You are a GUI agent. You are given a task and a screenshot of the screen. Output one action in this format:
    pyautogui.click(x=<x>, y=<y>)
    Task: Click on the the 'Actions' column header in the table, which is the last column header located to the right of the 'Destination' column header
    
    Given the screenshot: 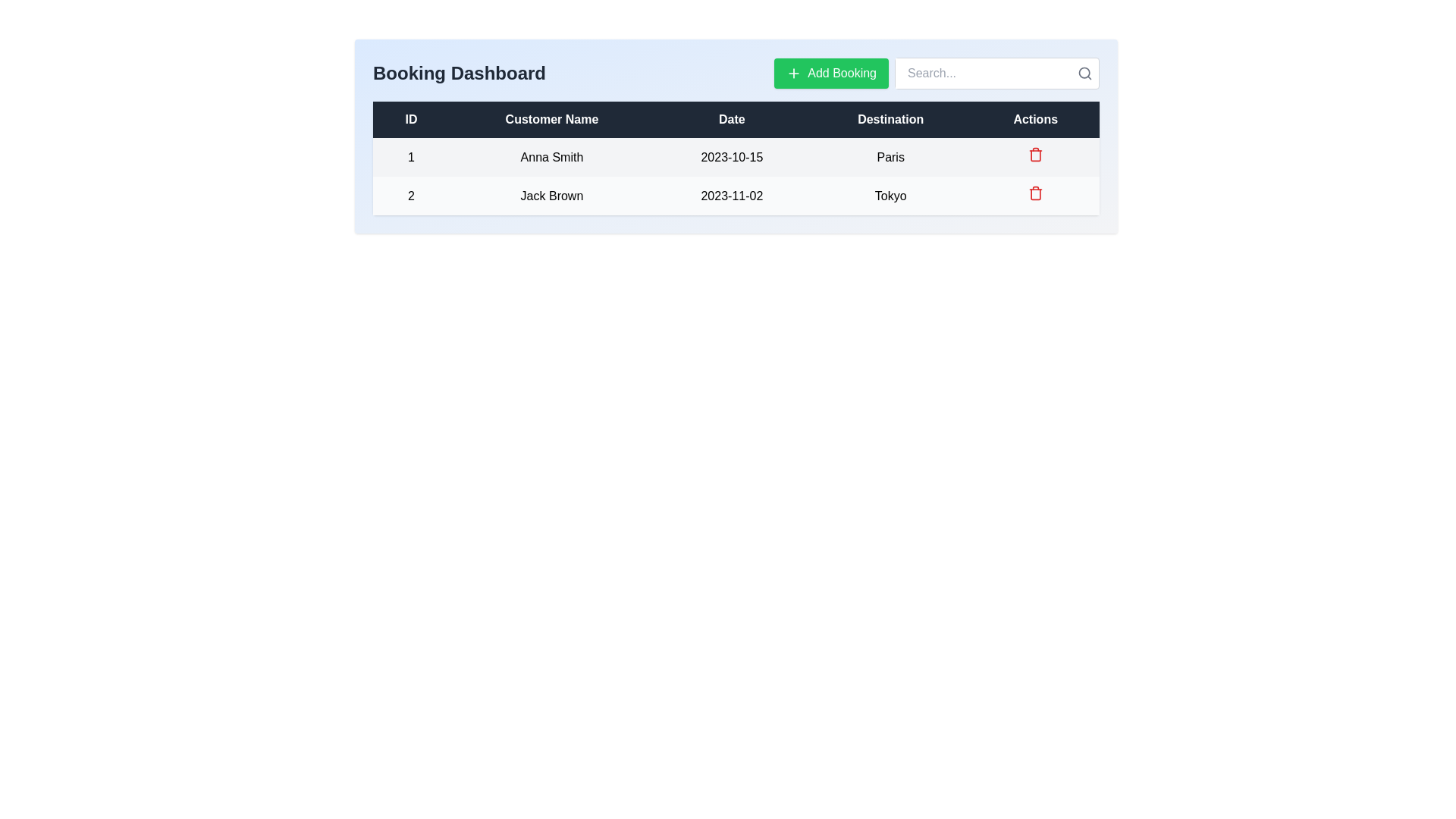 What is the action you would take?
    pyautogui.click(x=1034, y=119)
    